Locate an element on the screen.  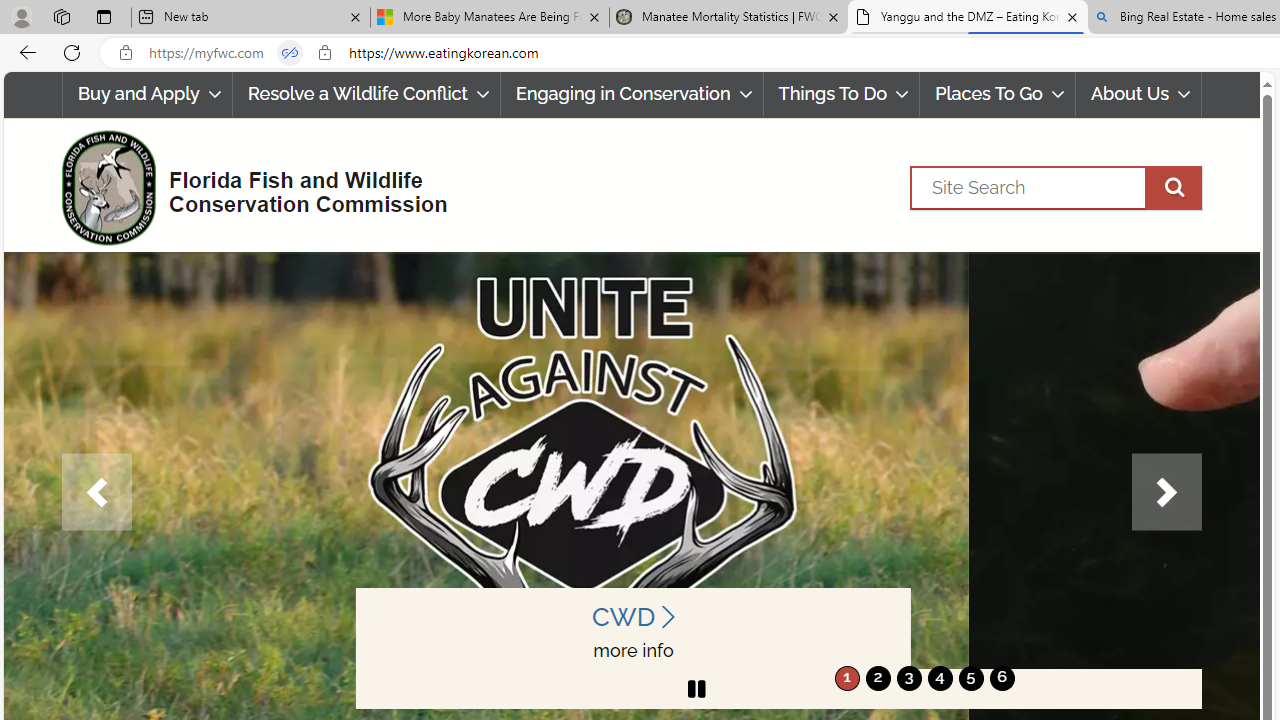
'1' is located at coordinates (847, 677).